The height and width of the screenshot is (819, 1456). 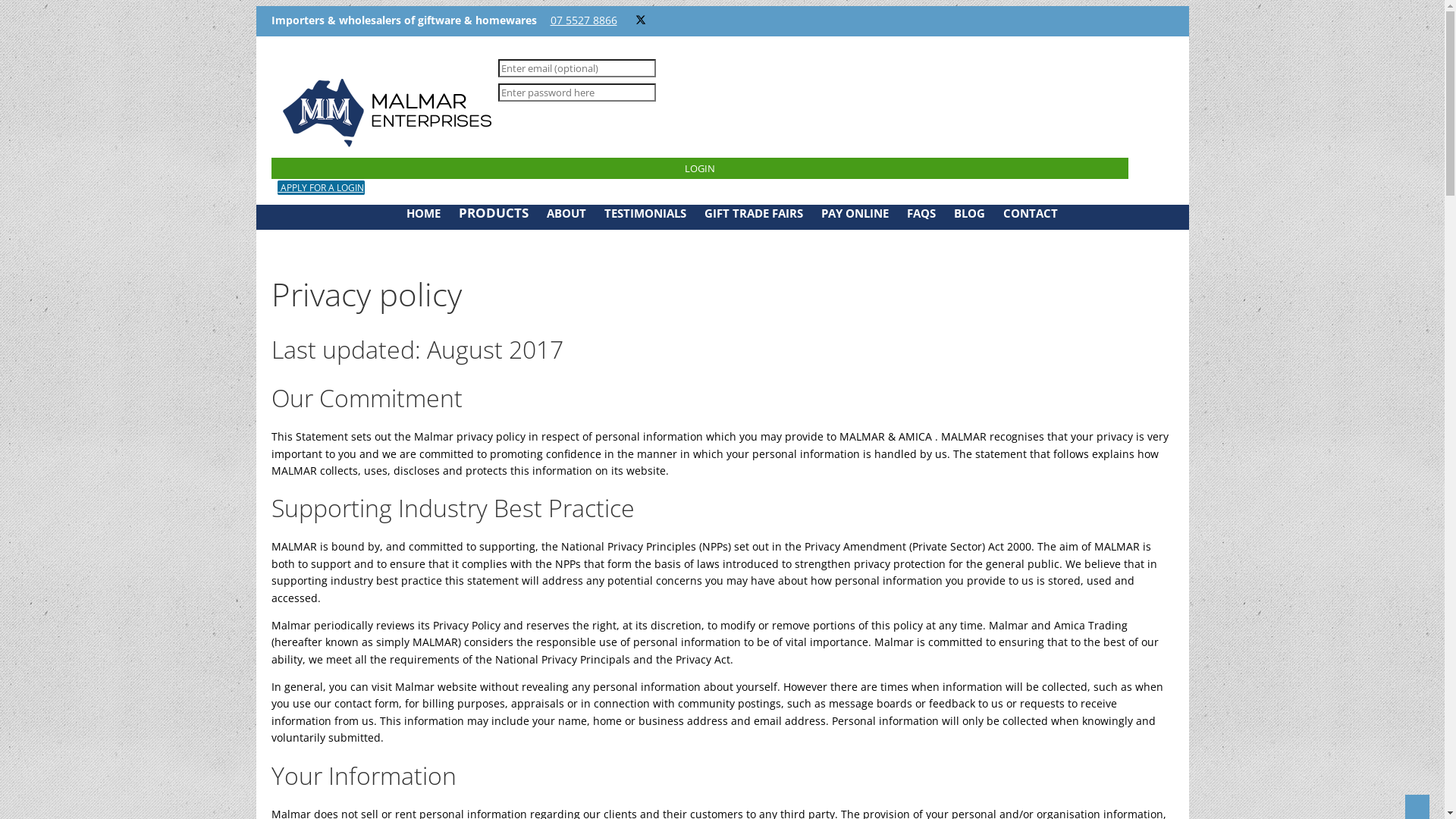 I want to click on 'Twitter', so click(x=640, y=20).